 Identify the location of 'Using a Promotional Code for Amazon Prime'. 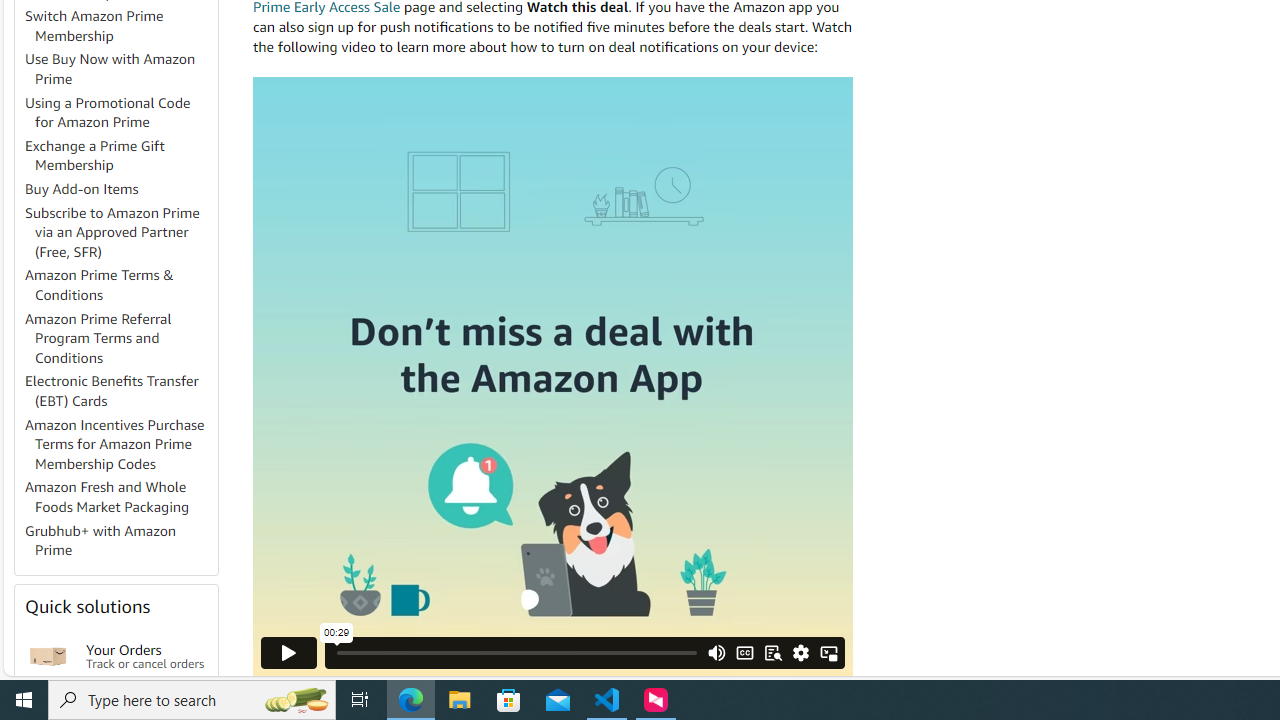
(107, 112).